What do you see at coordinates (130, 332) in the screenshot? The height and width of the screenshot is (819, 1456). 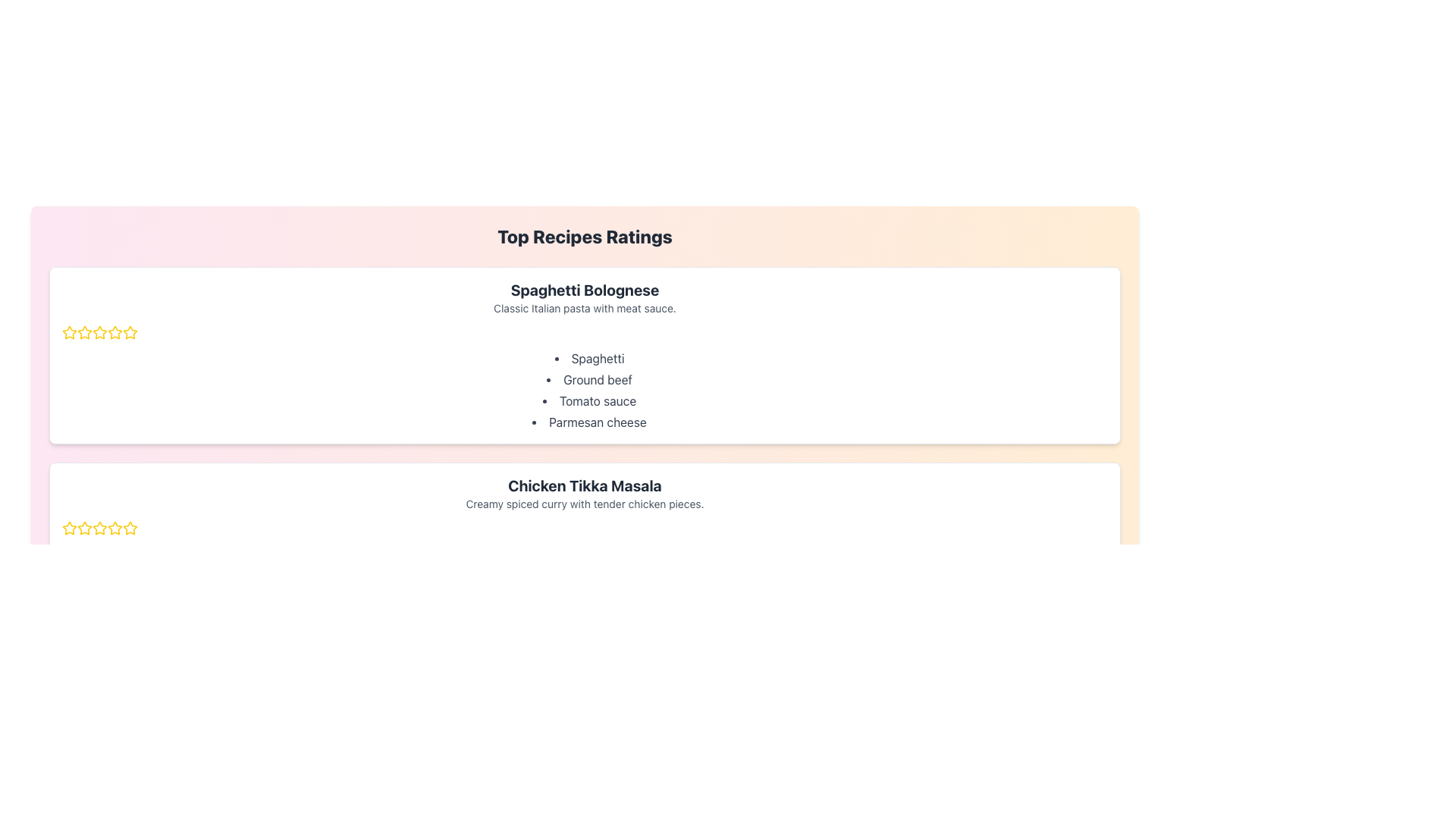 I see `the fifth rating star SVG icon` at bounding box center [130, 332].